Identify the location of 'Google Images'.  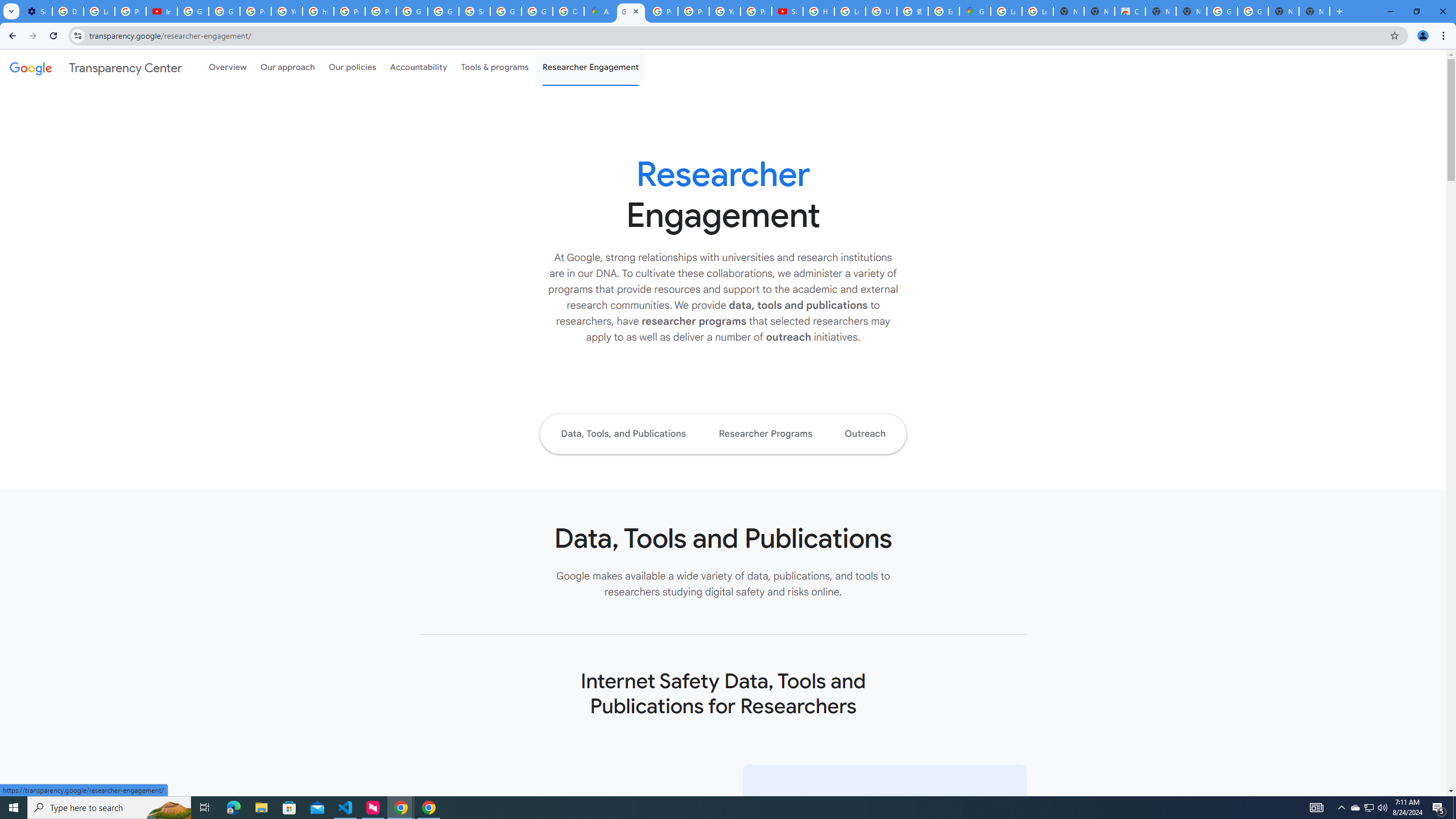
(1252, 11).